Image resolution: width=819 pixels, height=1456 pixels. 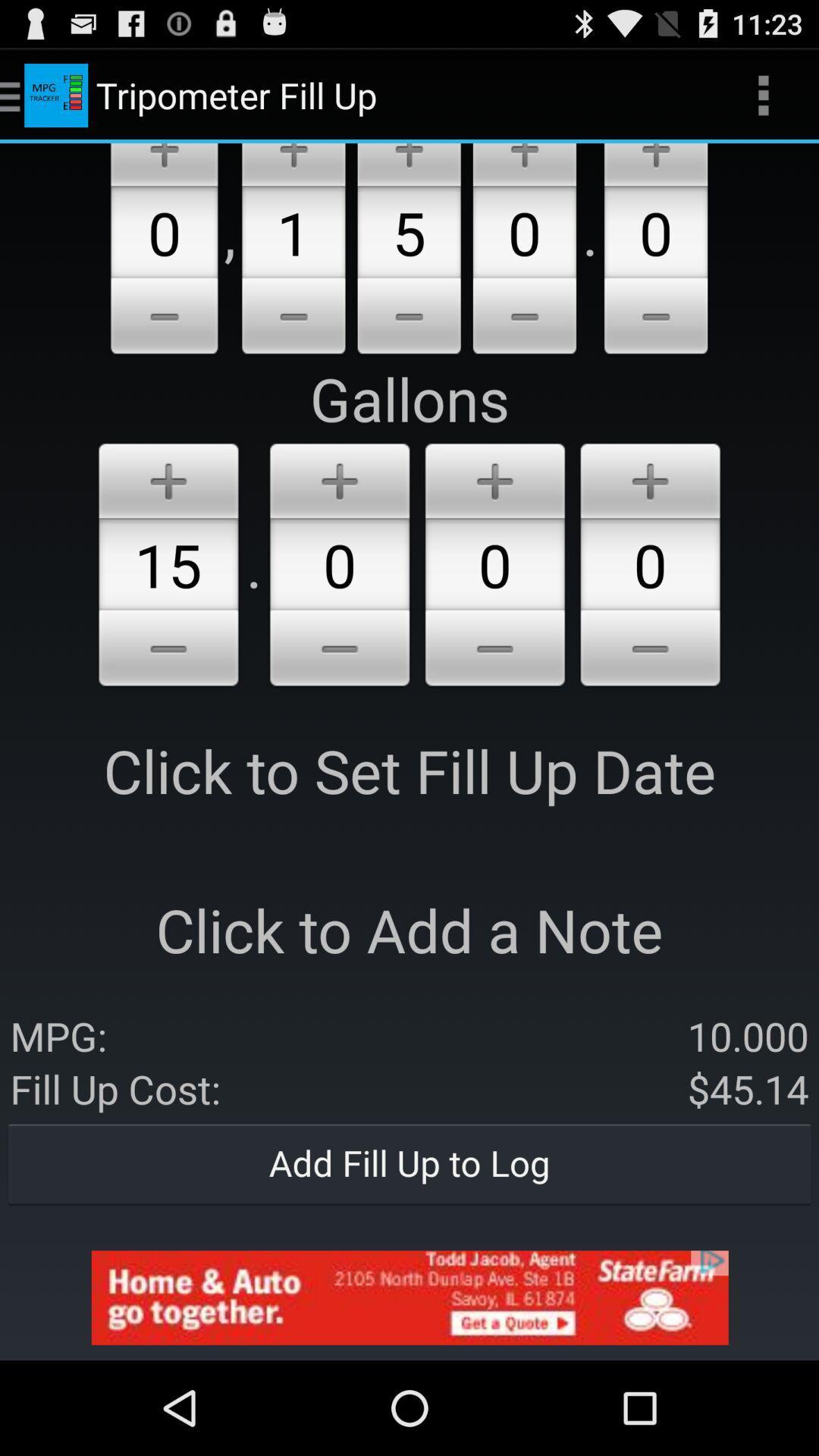 I want to click on time setting, so click(x=649, y=477).